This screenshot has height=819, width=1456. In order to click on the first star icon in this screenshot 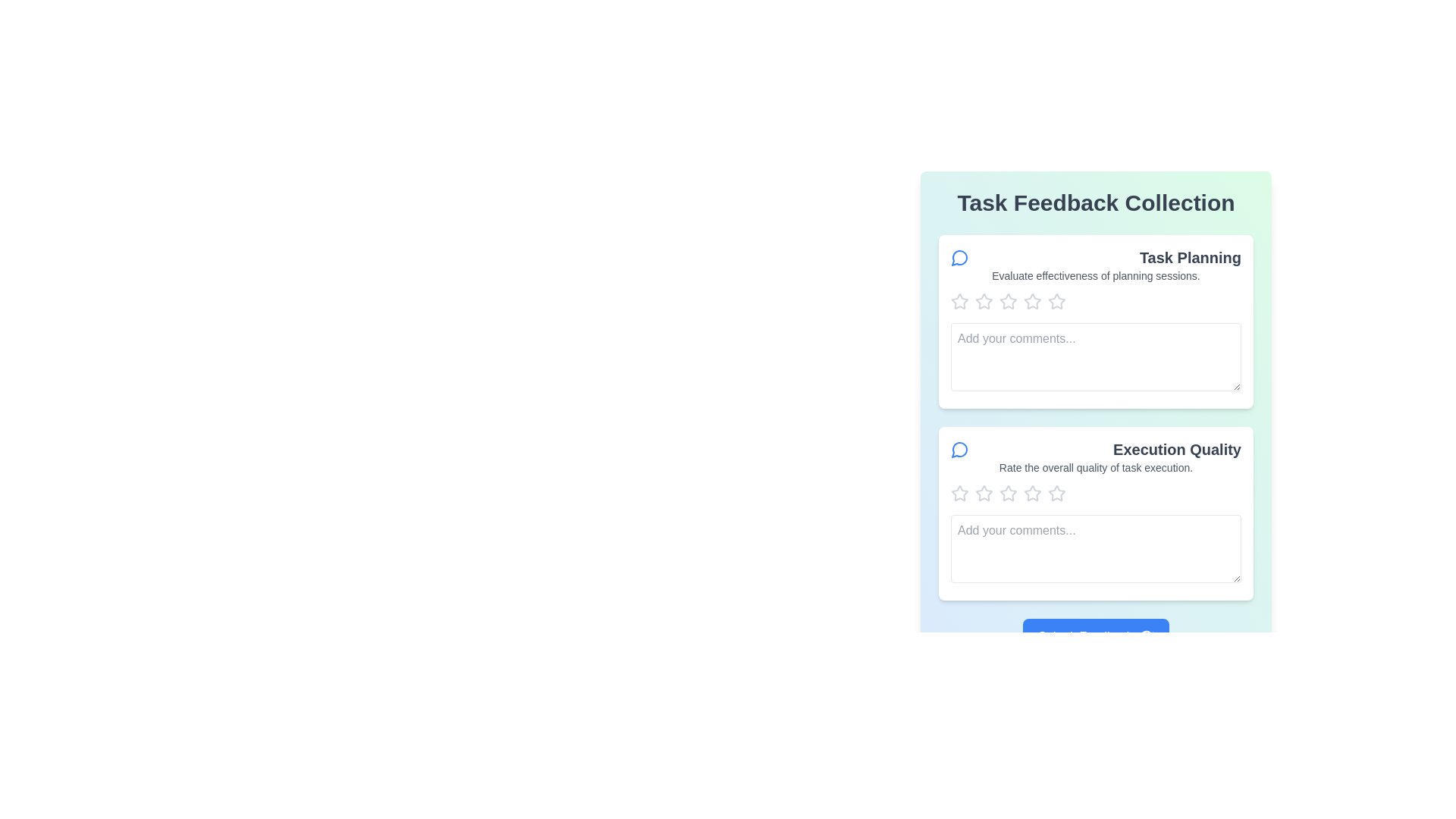, I will do `click(959, 301)`.